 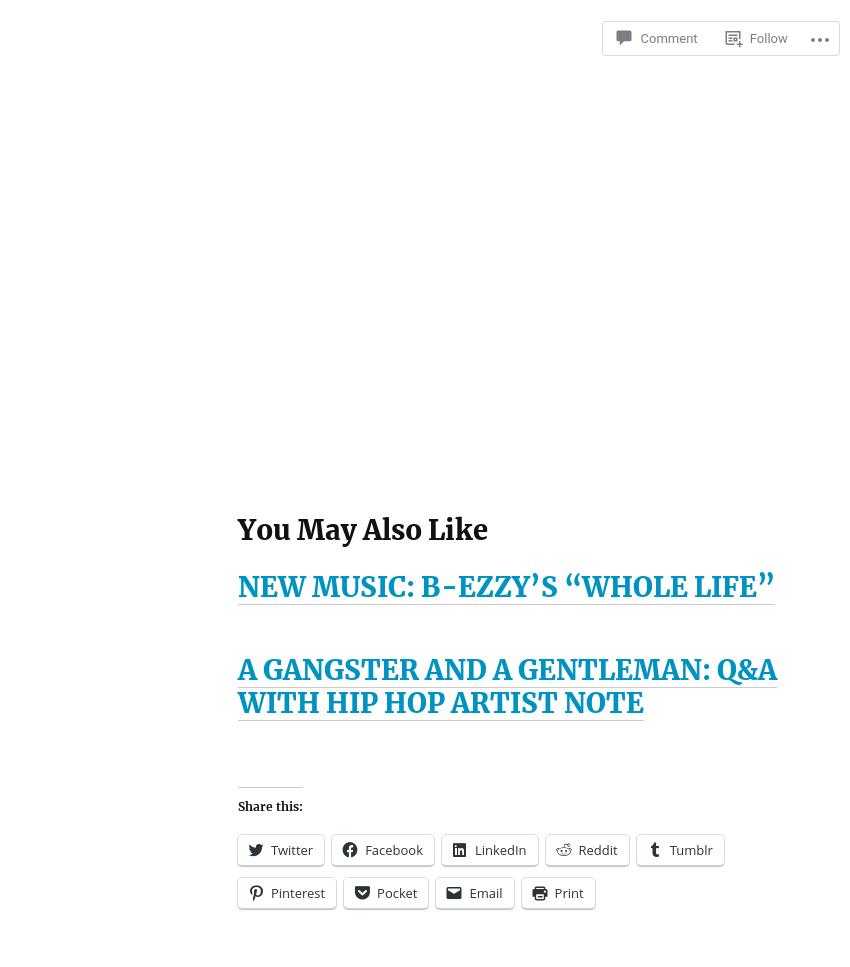 What do you see at coordinates (500, 849) in the screenshot?
I see `'LinkedIn'` at bounding box center [500, 849].